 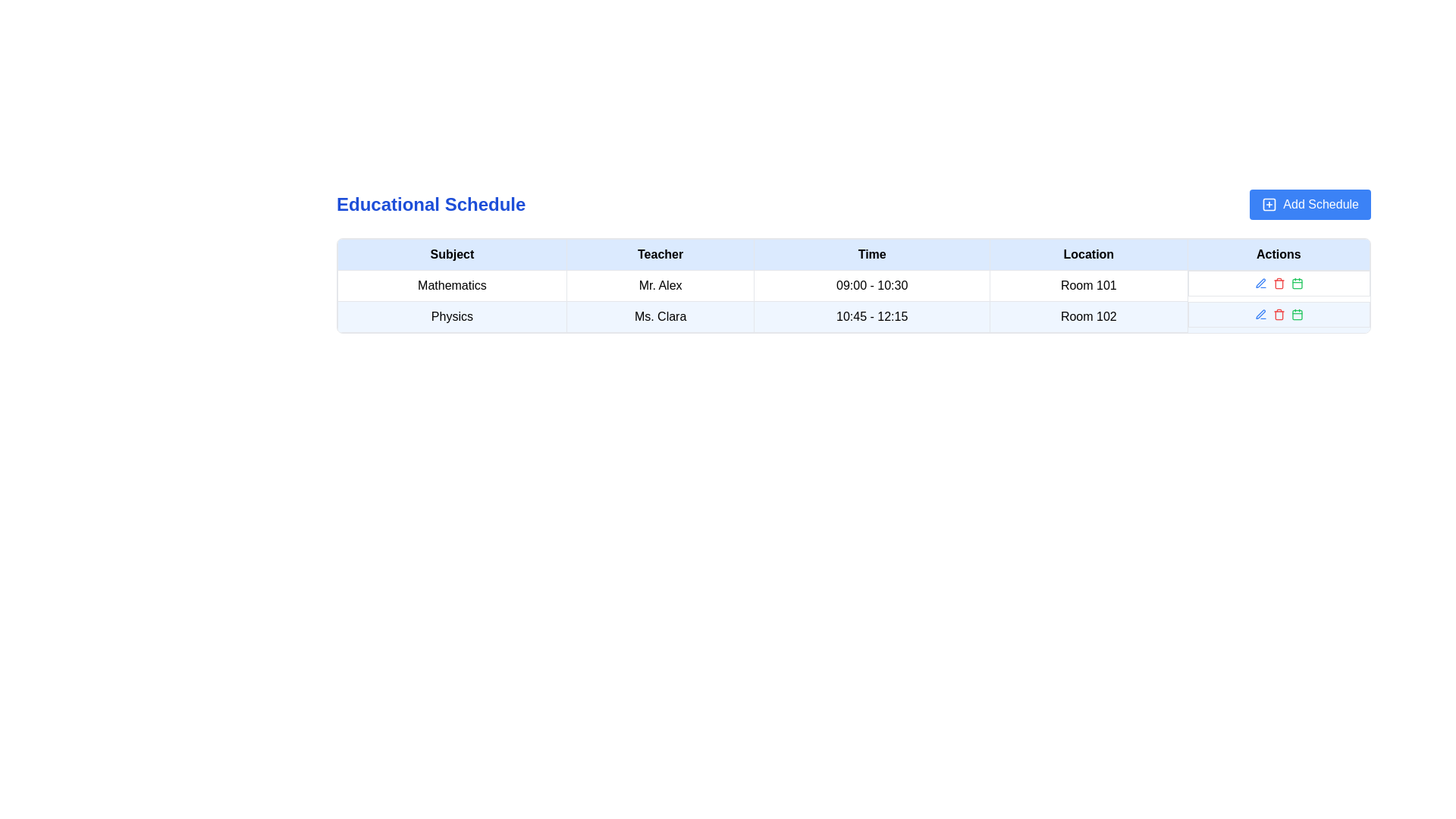 I want to click on label of the third column header in the table, which displays time-related data, located between 'Teacher' and 'Location', so click(x=872, y=253).